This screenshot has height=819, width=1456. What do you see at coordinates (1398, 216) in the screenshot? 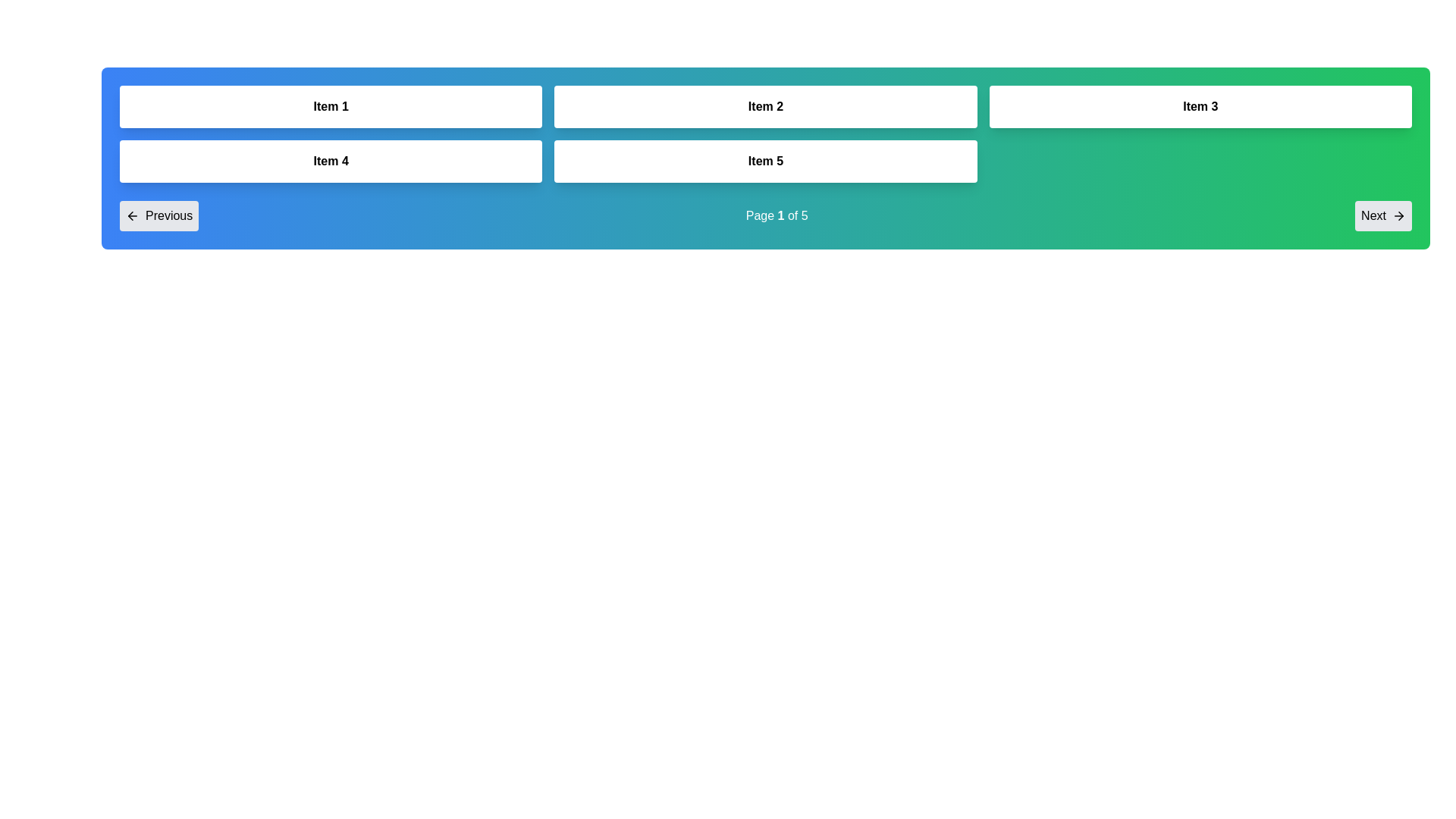
I see `the arrow icon located within the 'Next' button at the bottom-right corner of the navigation bar, adjacent to the text label 'Next'` at bounding box center [1398, 216].